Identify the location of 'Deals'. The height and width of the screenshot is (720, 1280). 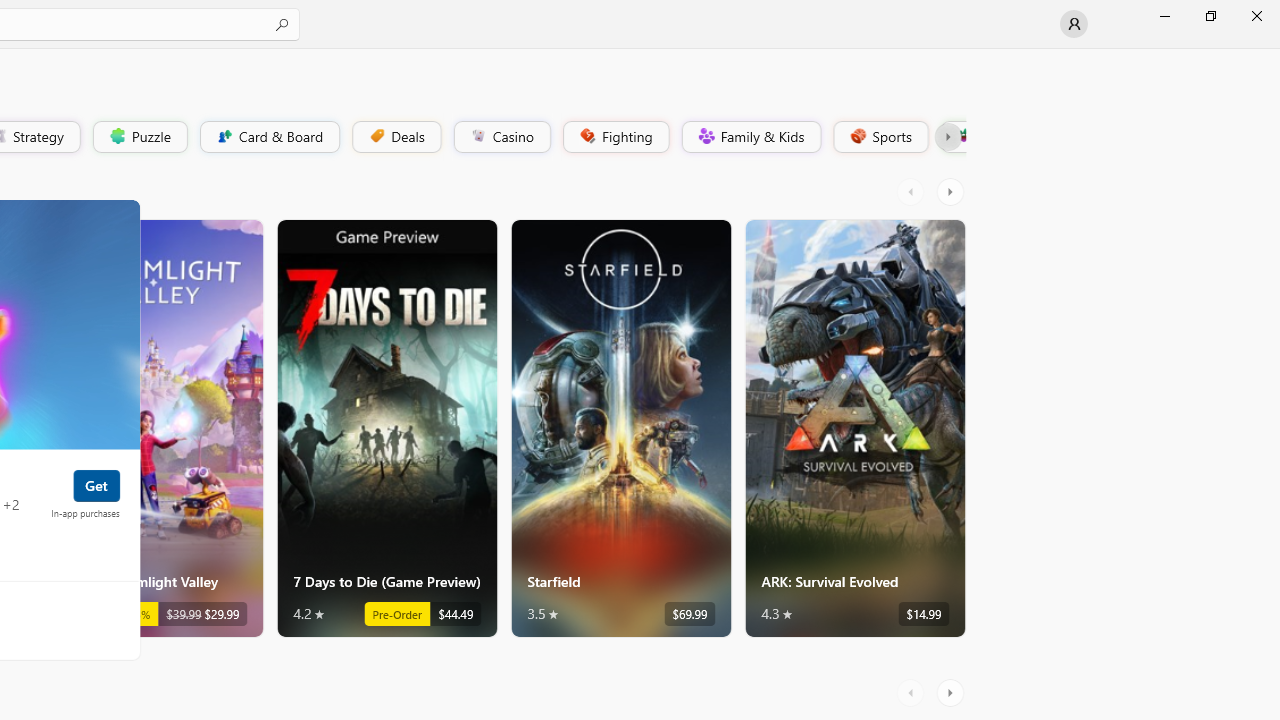
(395, 135).